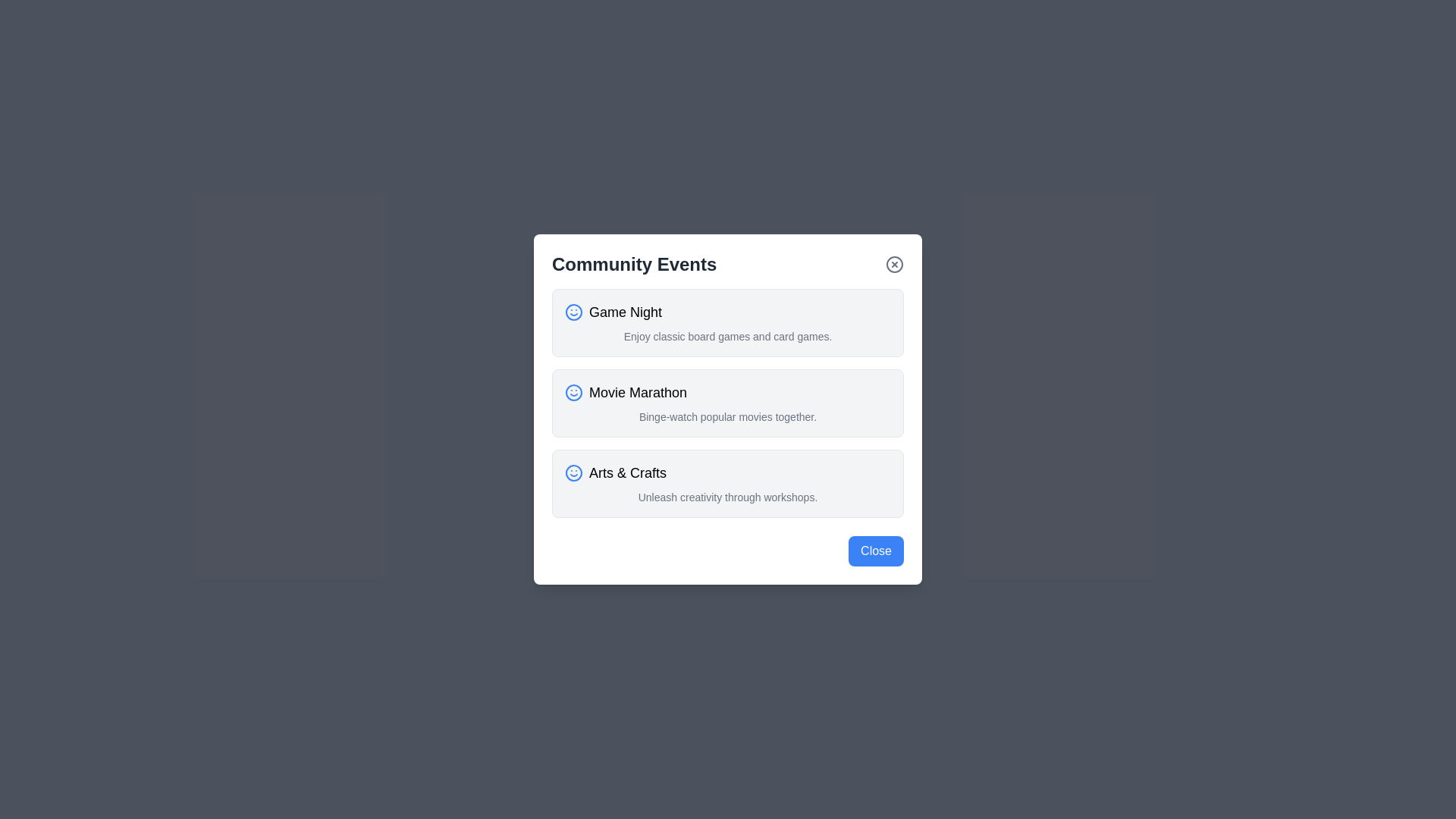  What do you see at coordinates (895, 263) in the screenshot?
I see `the close button in the top-right corner of the dialog` at bounding box center [895, 263].